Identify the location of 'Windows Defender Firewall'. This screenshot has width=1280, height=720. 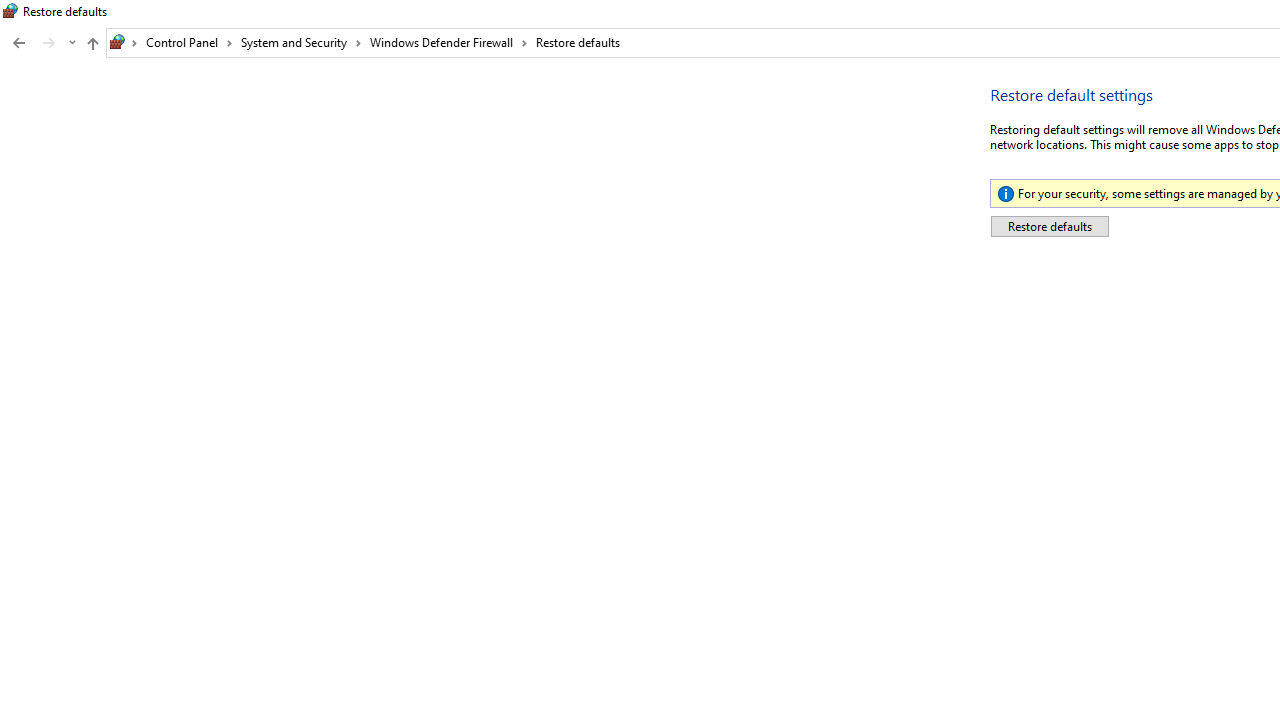
(448, 42).